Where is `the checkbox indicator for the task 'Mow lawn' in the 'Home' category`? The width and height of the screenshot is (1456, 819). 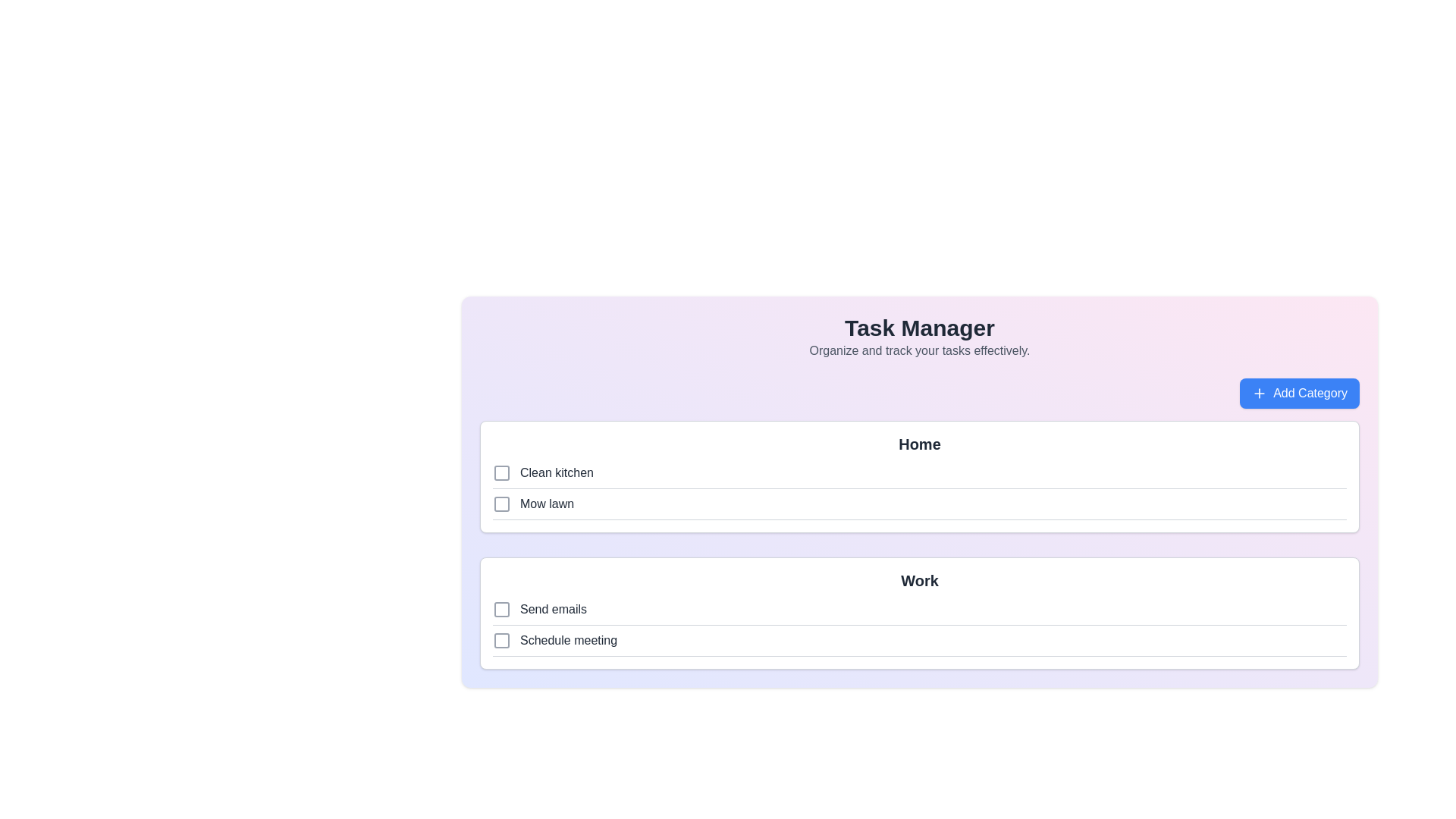 the checkbox indicator for the task 'Mow lawn' in the 'Home' category is located at coordinates (502, 504).